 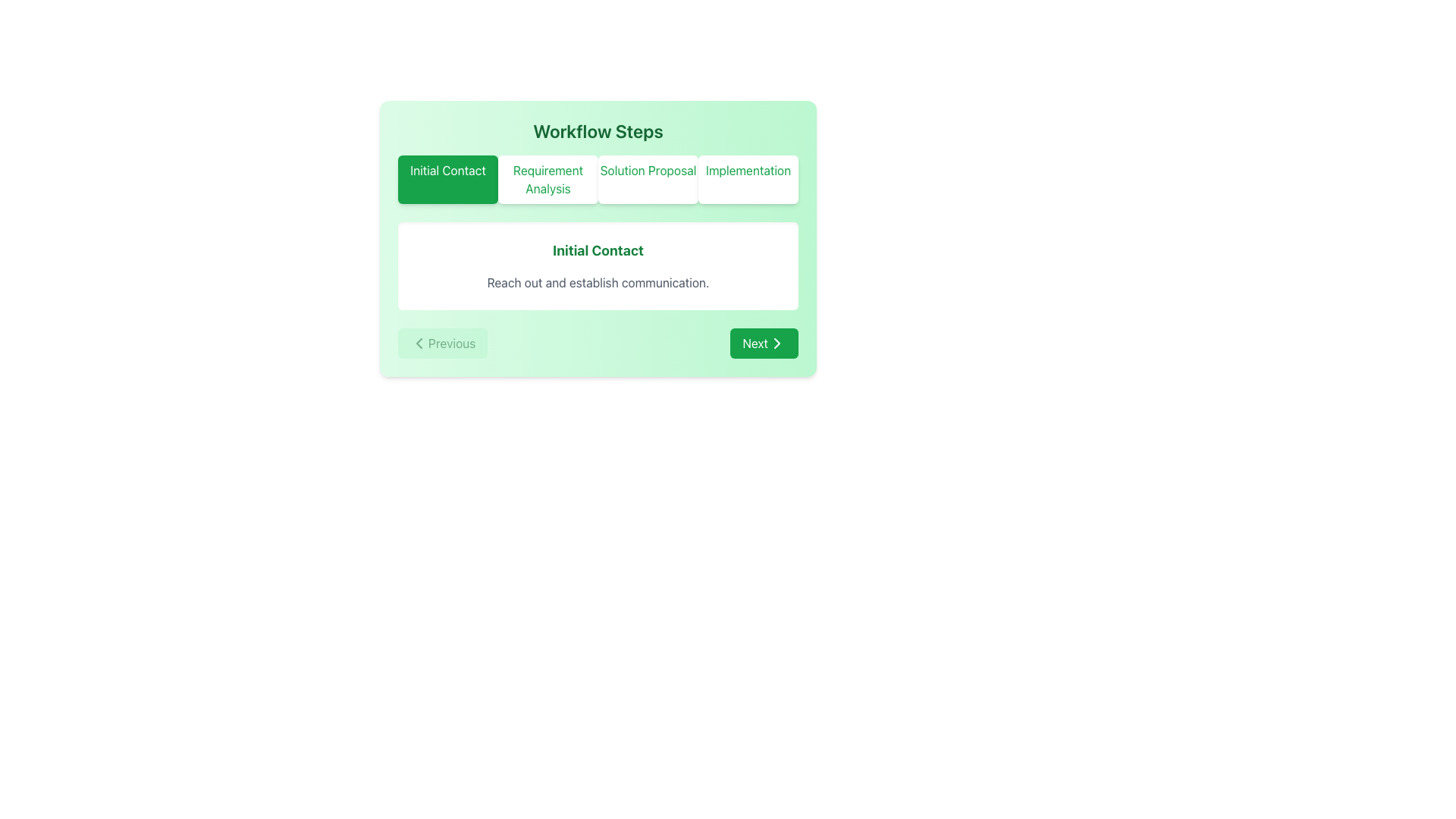 What do you see at coordinates (419, 343) in the screenshot?
I see `the 'Previous' button which contains a leftward-pointing arrow icon` at bounding box center [419, 343].